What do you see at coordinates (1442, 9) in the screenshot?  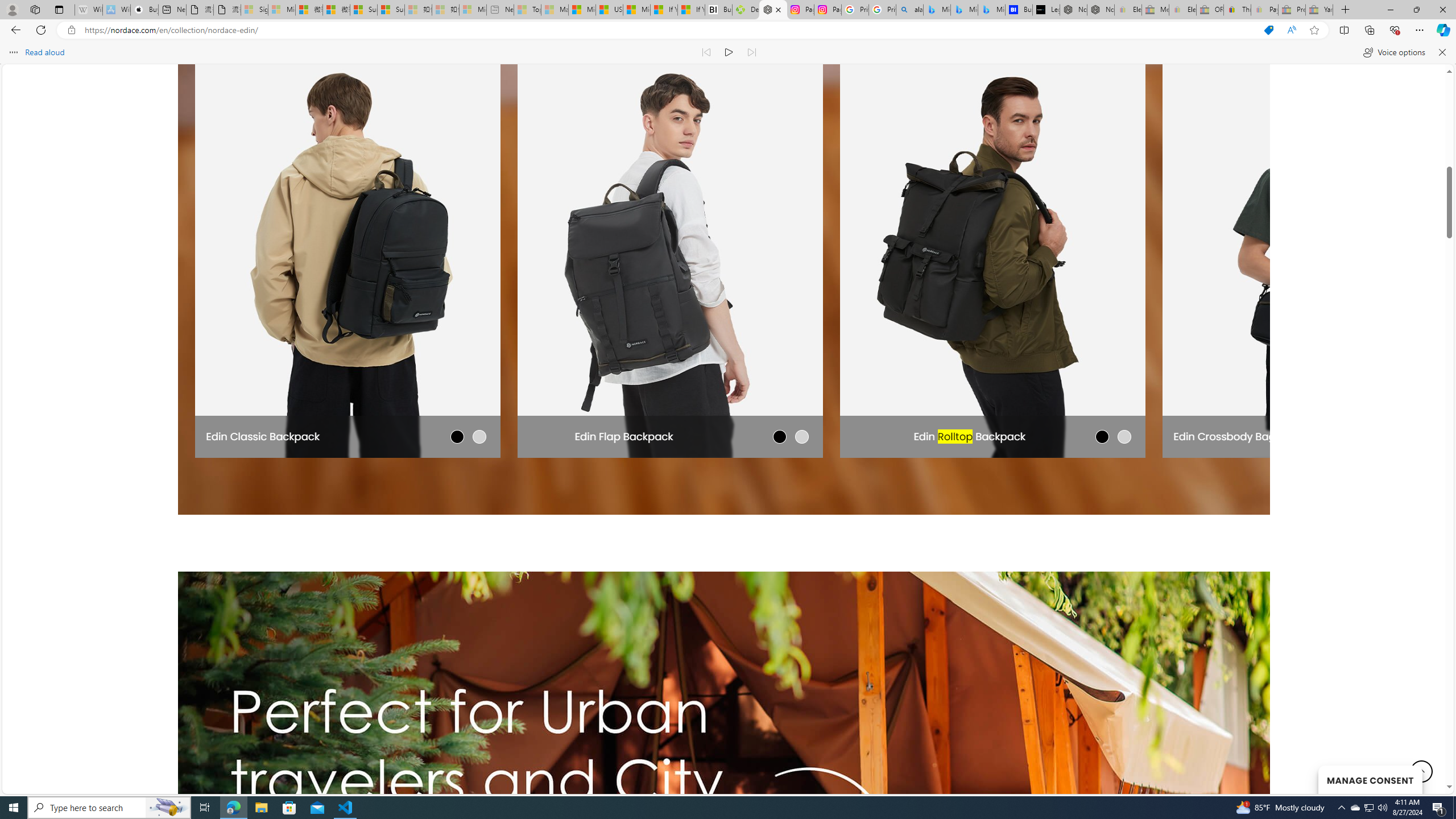 I see `'Close'` at bounding box center [1442, 9].